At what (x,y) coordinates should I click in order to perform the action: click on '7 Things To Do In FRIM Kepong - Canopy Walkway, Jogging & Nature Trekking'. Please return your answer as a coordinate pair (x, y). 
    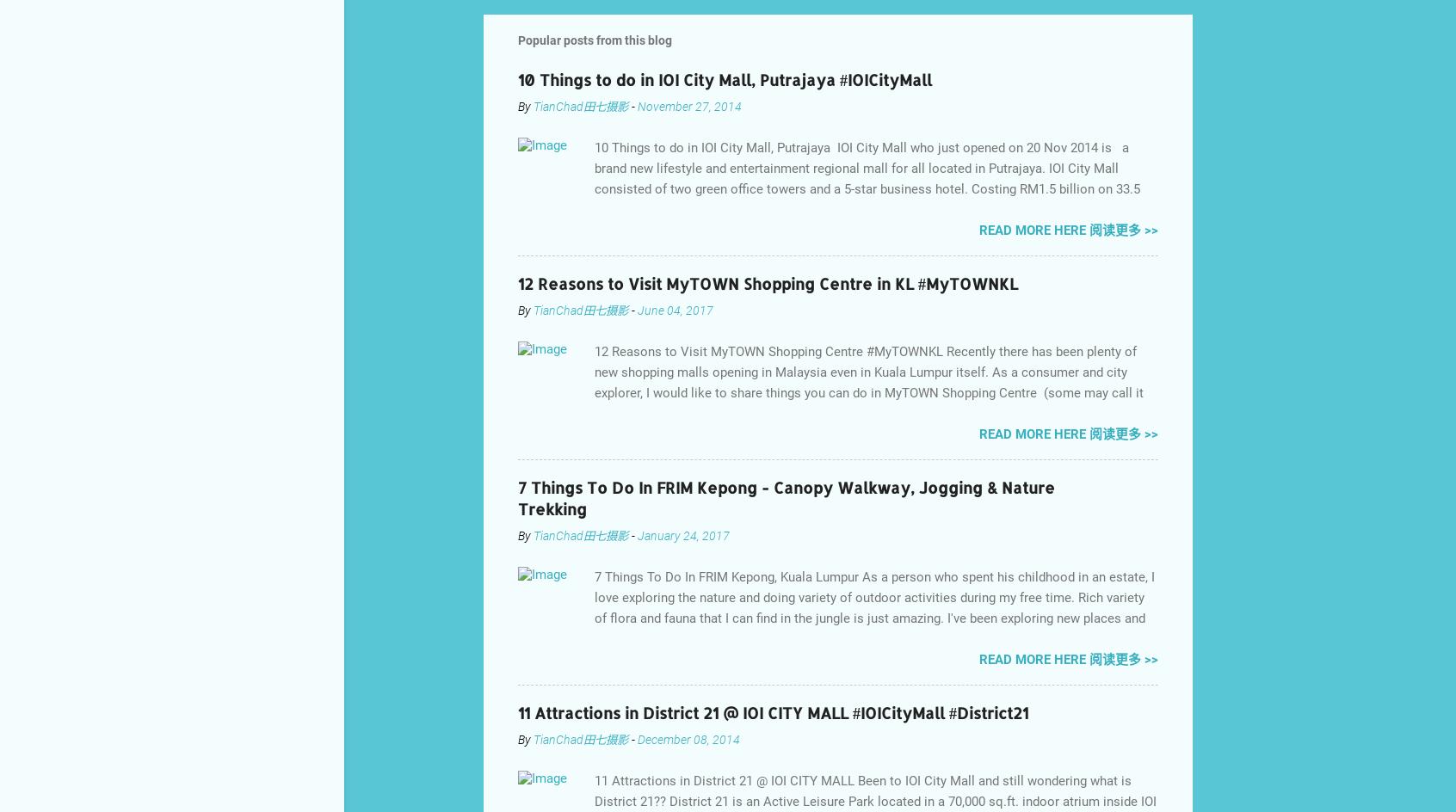
    Looking at the image, I should click on (517, 496).